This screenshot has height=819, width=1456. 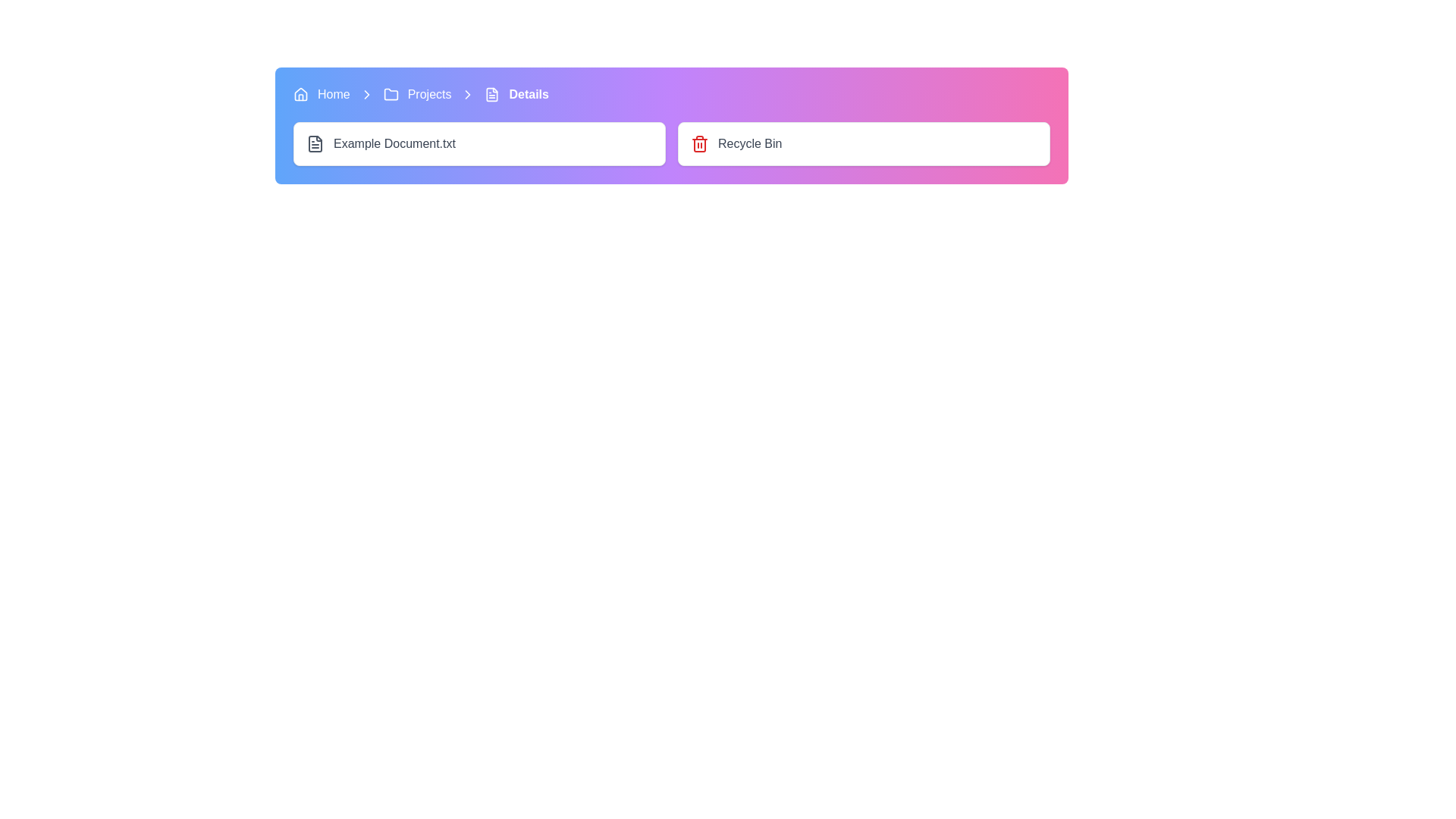 What do you see at coordinates (301, 93) in the screenshot?
I see `the house-shaped icon in the breadcrumb navigation bar` at bounding box center [301, 93].